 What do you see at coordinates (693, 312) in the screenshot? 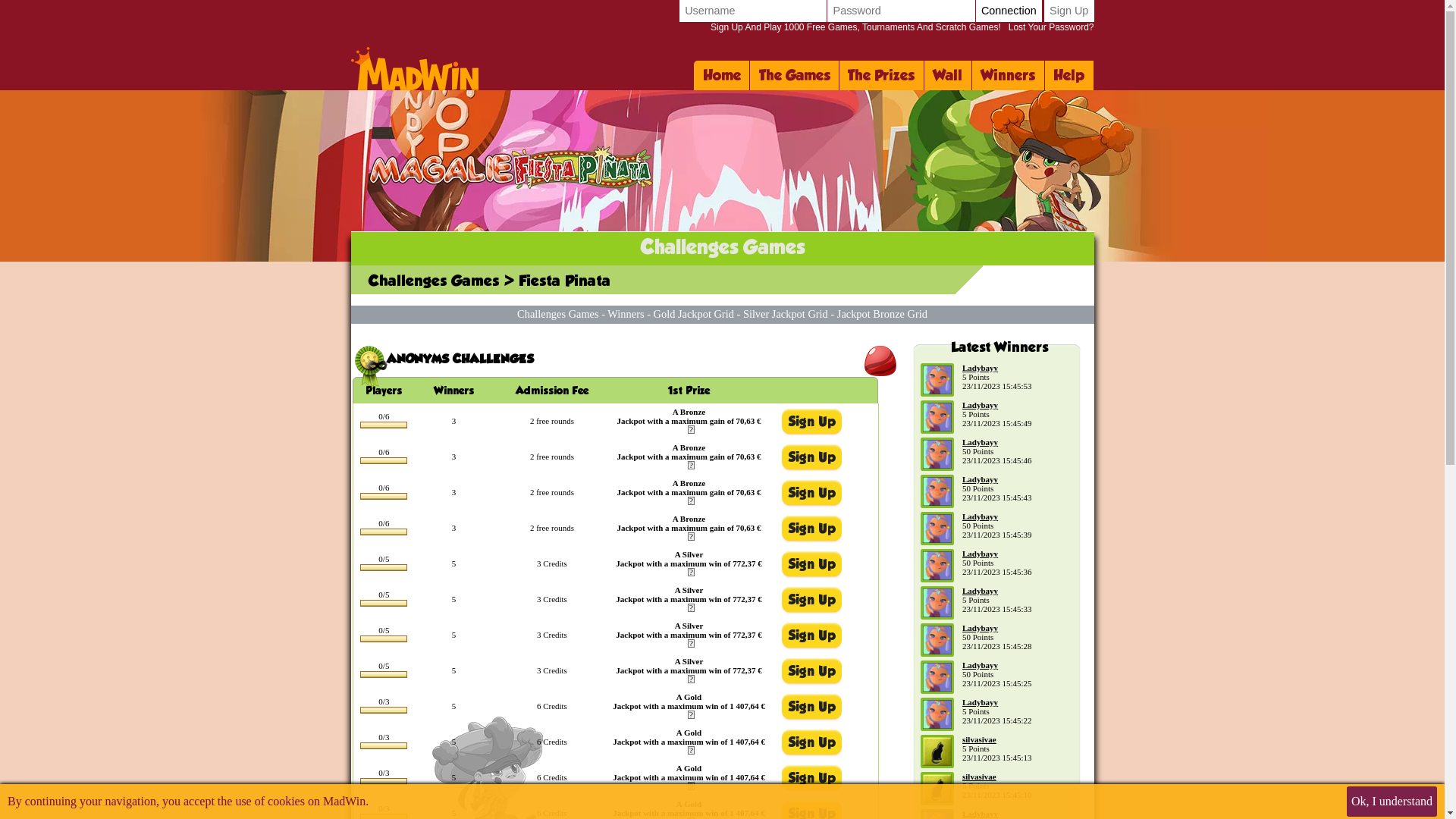
I see `'Gold Jackpot Grid'` at bounding box center [693, 312].